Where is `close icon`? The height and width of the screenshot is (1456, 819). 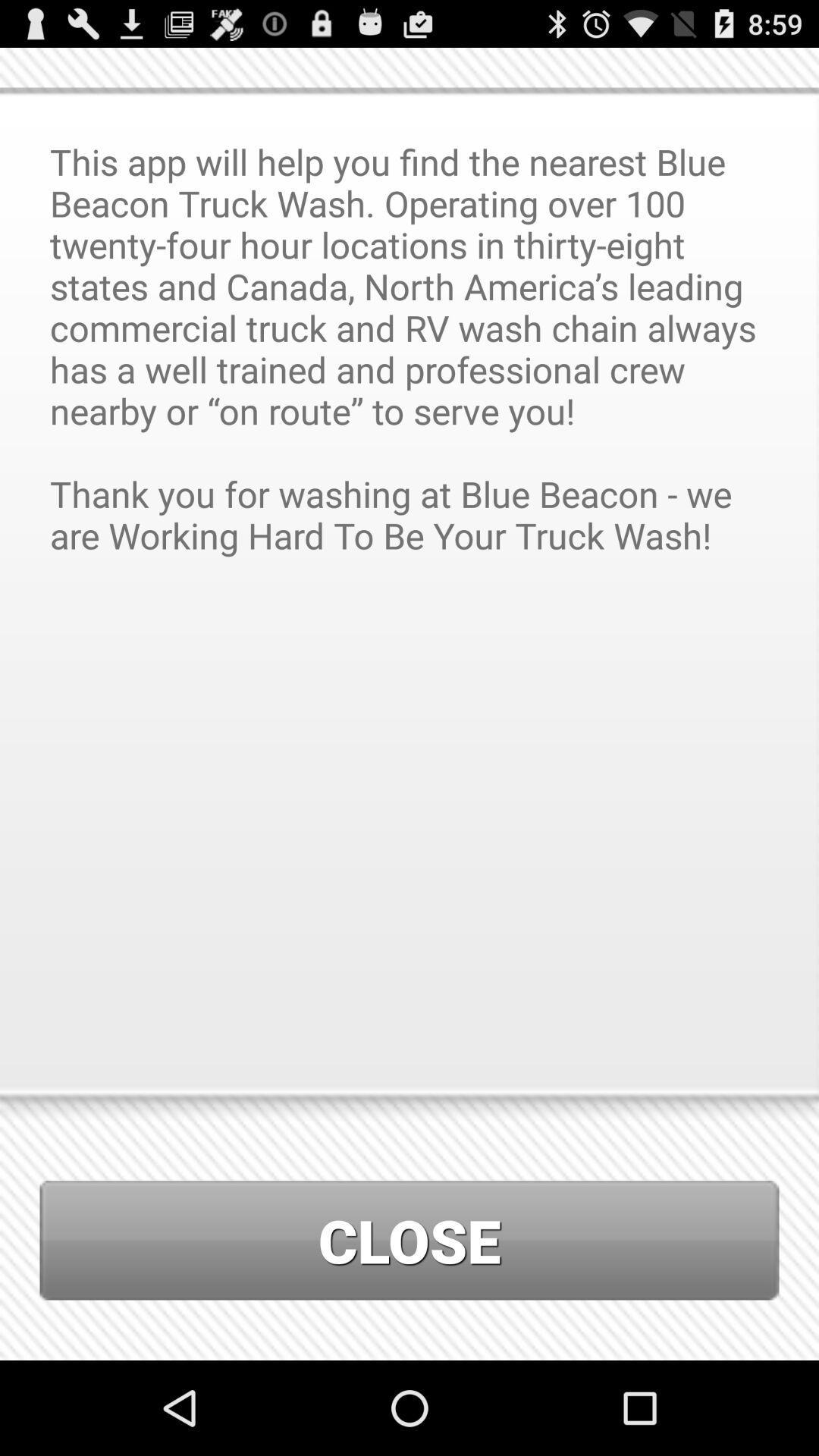
close icon is located at coordinates (409, 1240).